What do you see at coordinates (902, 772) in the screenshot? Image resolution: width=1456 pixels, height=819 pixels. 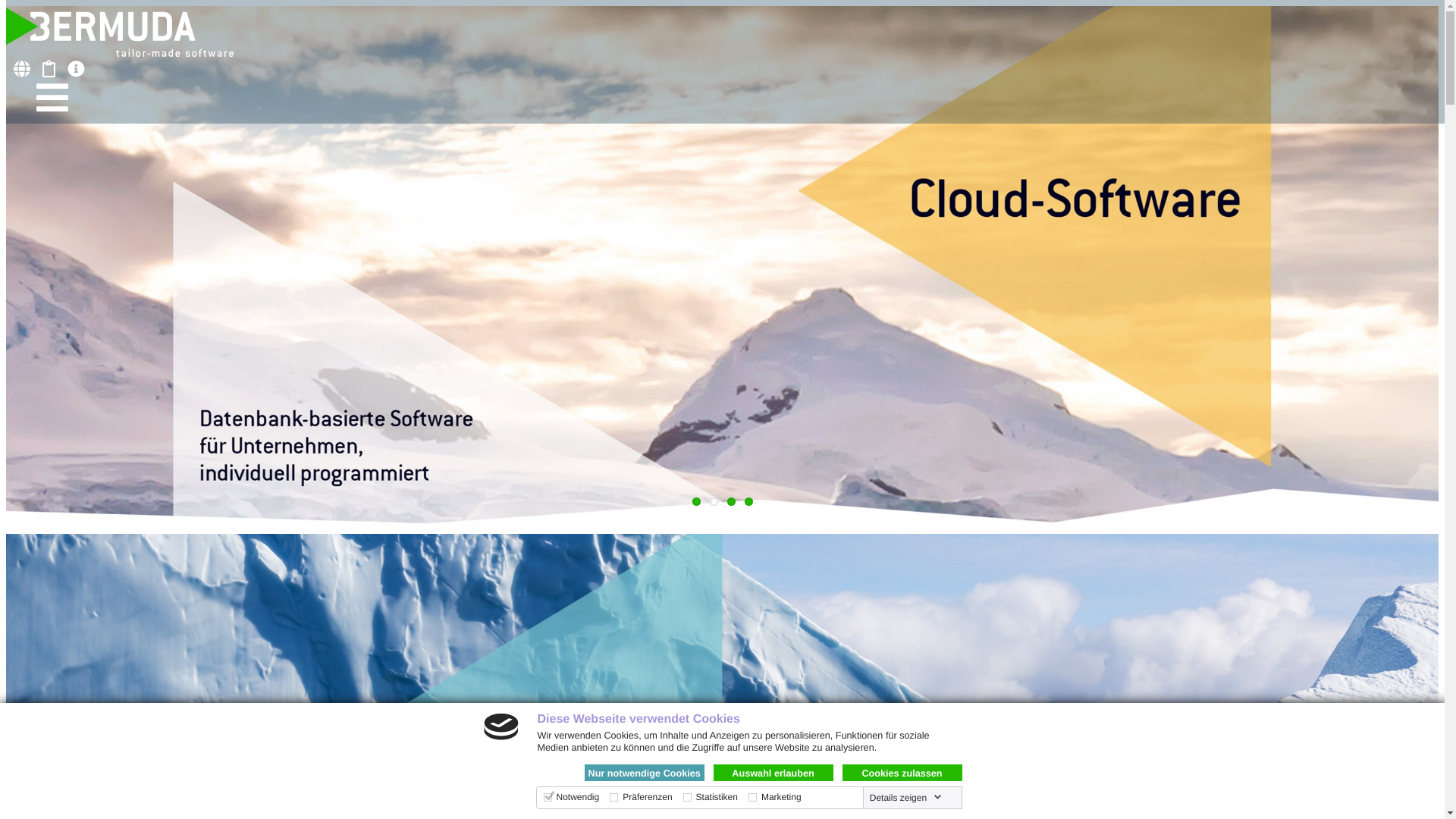 I see `'Cookies zulassen'` at bounding box center [902, 772].